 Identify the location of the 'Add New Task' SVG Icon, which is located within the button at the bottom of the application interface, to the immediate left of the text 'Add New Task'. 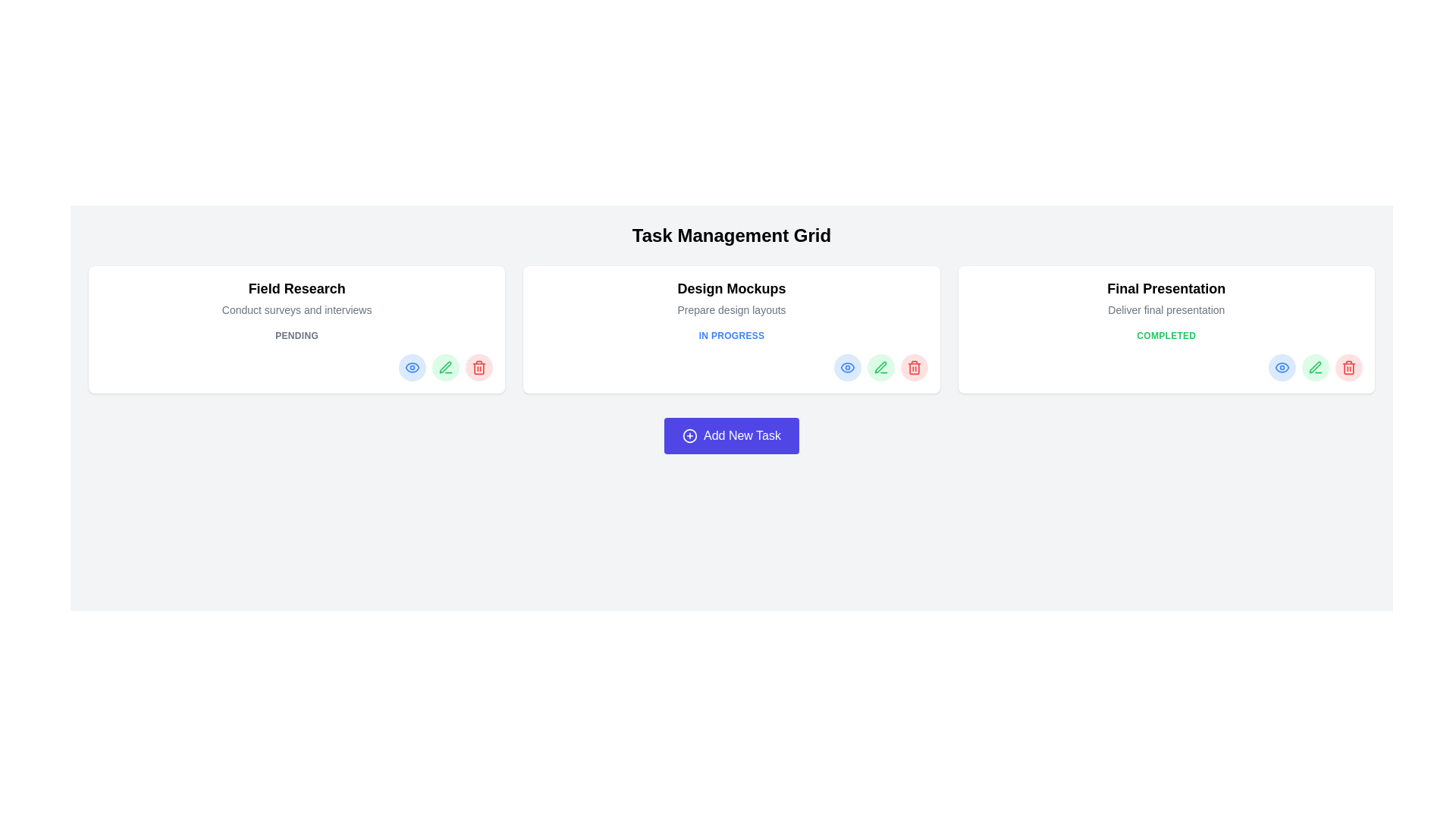
(689, 435).